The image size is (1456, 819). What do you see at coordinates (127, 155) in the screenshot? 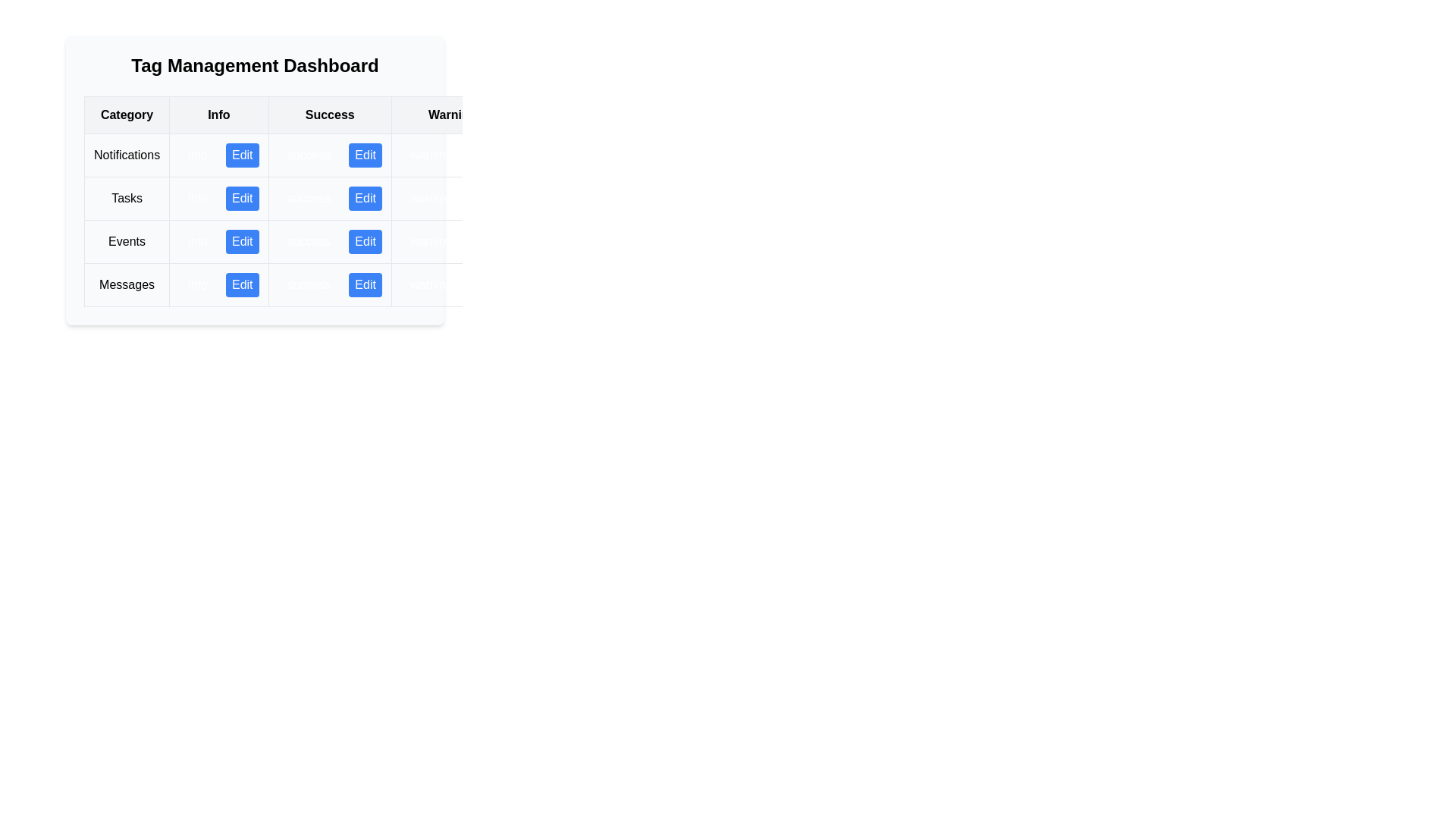
I see `the Static Label displaying 'Notifications' in bold font, located in the first column under the 'Category' header, which is the topmost row in this column` at bounding box center [127, 155].